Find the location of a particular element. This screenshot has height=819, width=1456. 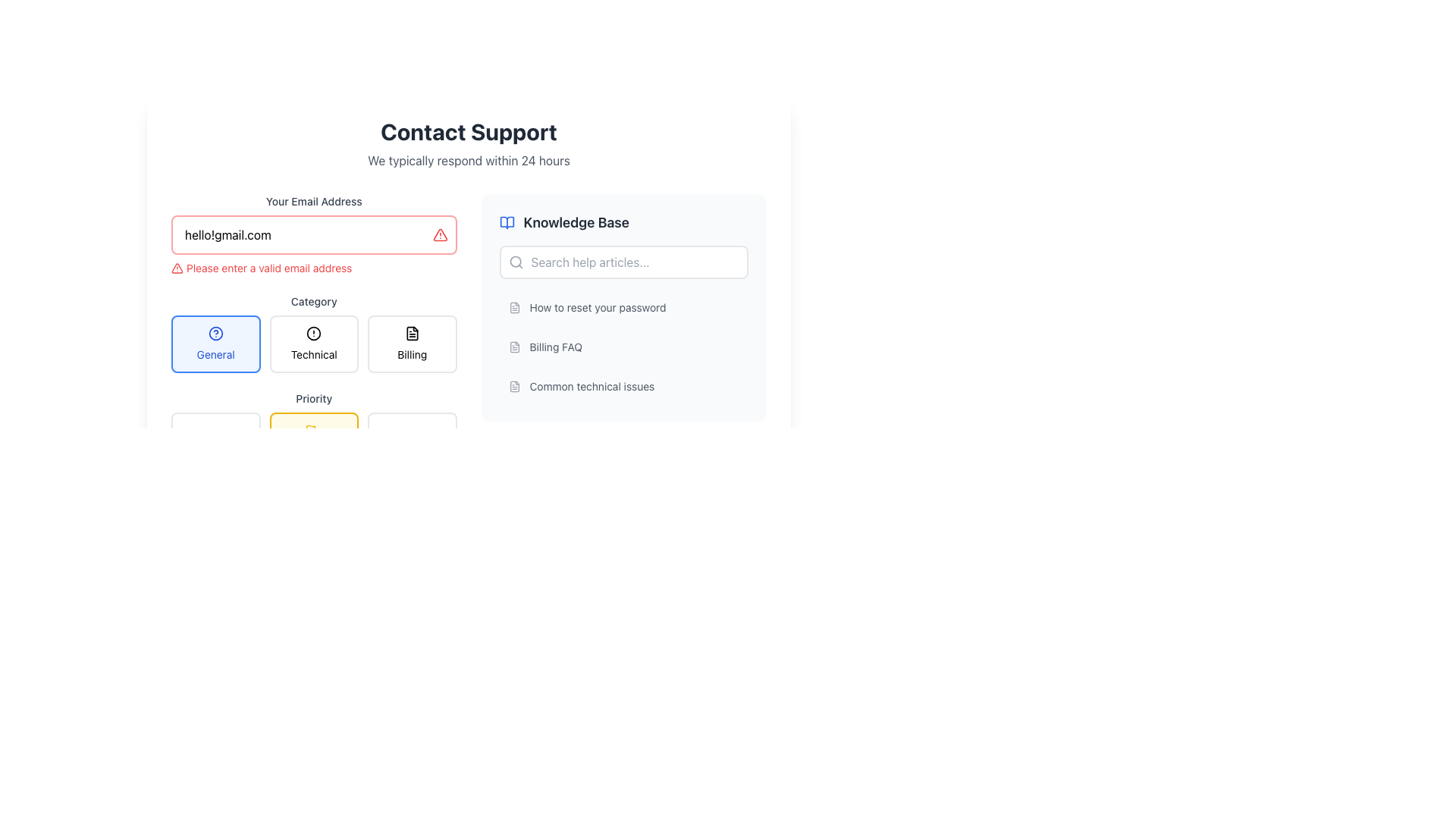

the circular icon representing the 'General' category within the category selection interface is located at coordinates (215, 332).